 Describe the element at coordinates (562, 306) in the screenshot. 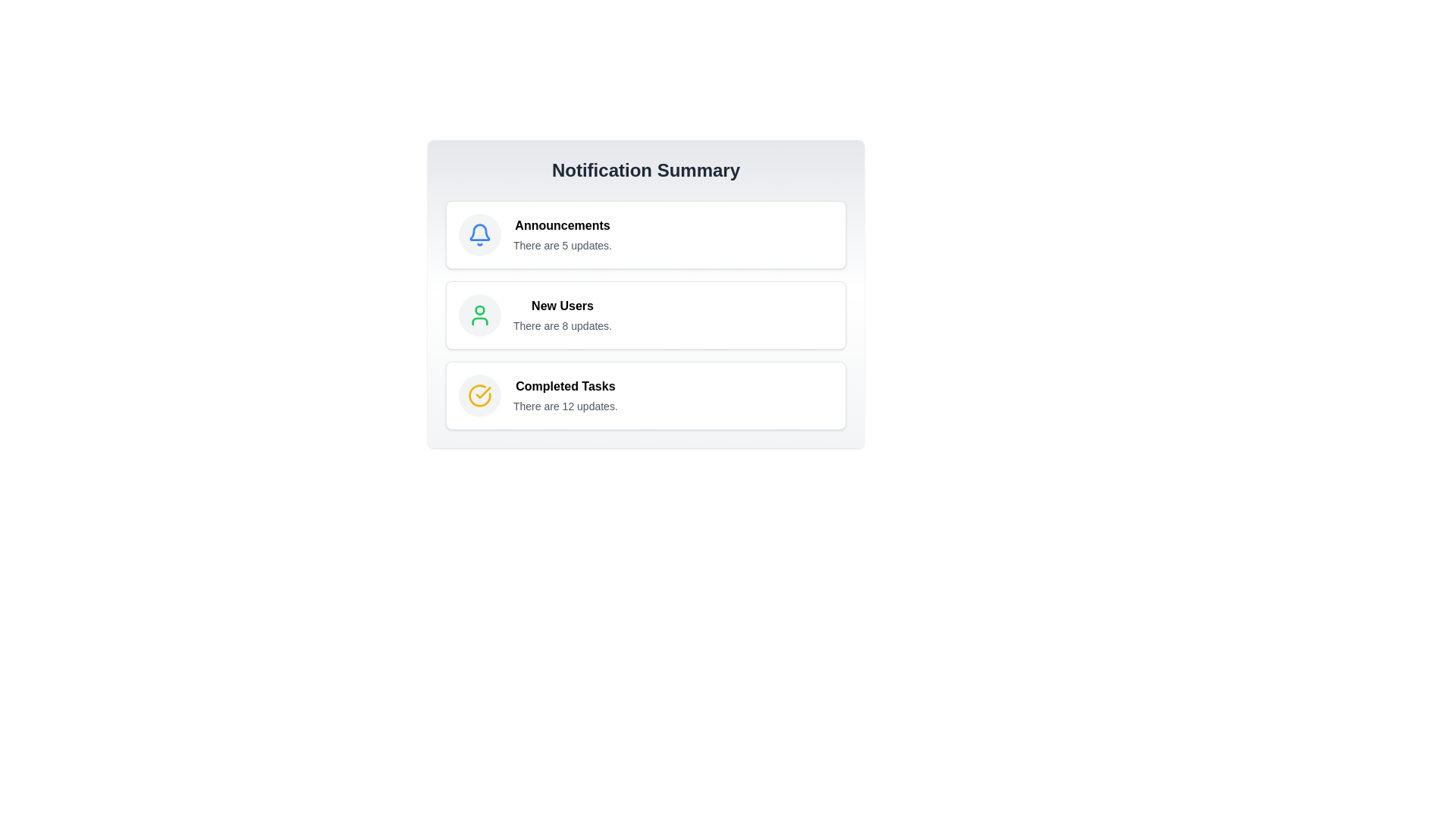

I see `text label indicating 'New Users' in the notification summary, which is located in the second row of the notification item` at that location.